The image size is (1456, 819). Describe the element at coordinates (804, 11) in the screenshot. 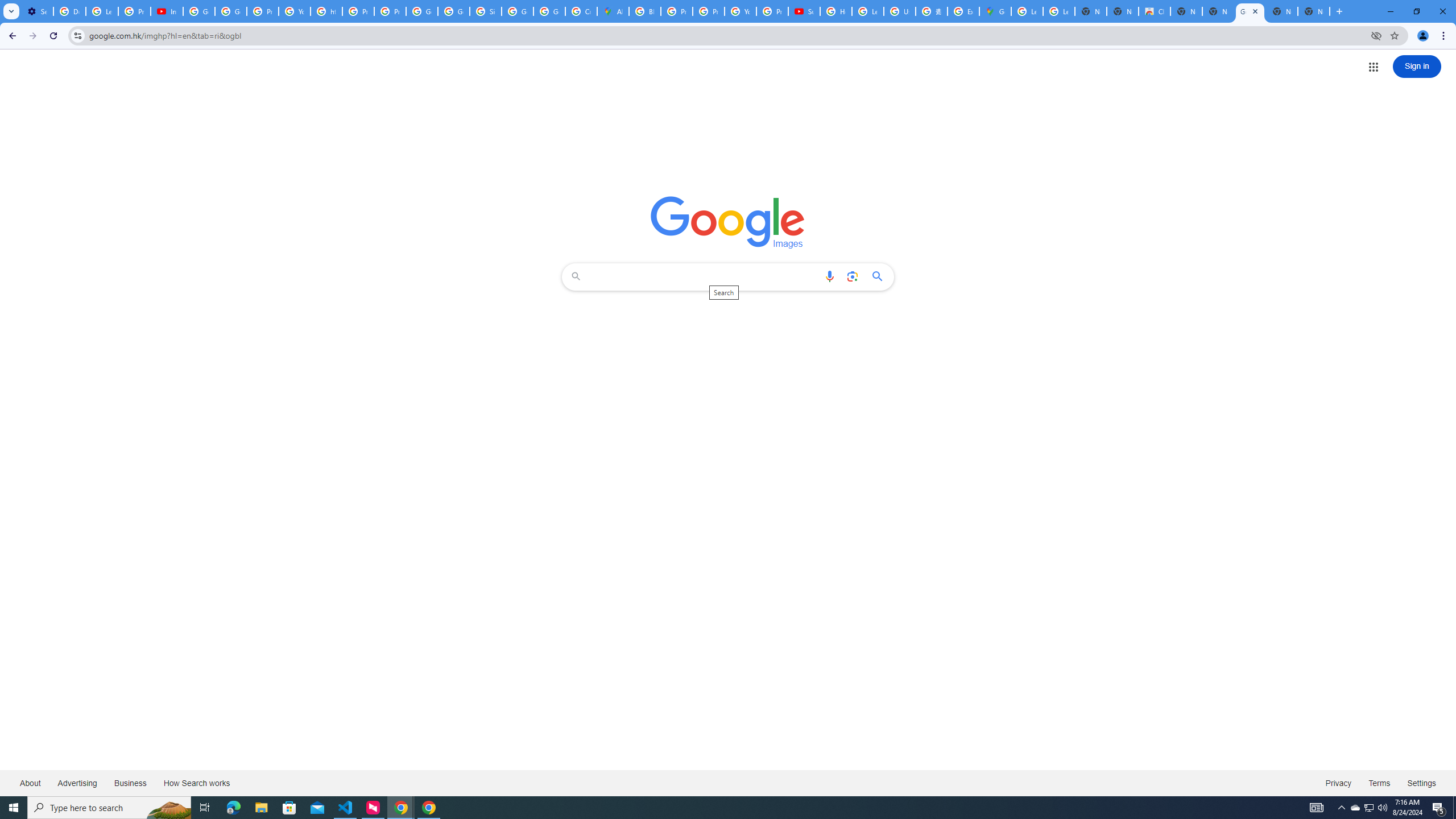

I see `'Subscriptions - YouTube'` at that location.